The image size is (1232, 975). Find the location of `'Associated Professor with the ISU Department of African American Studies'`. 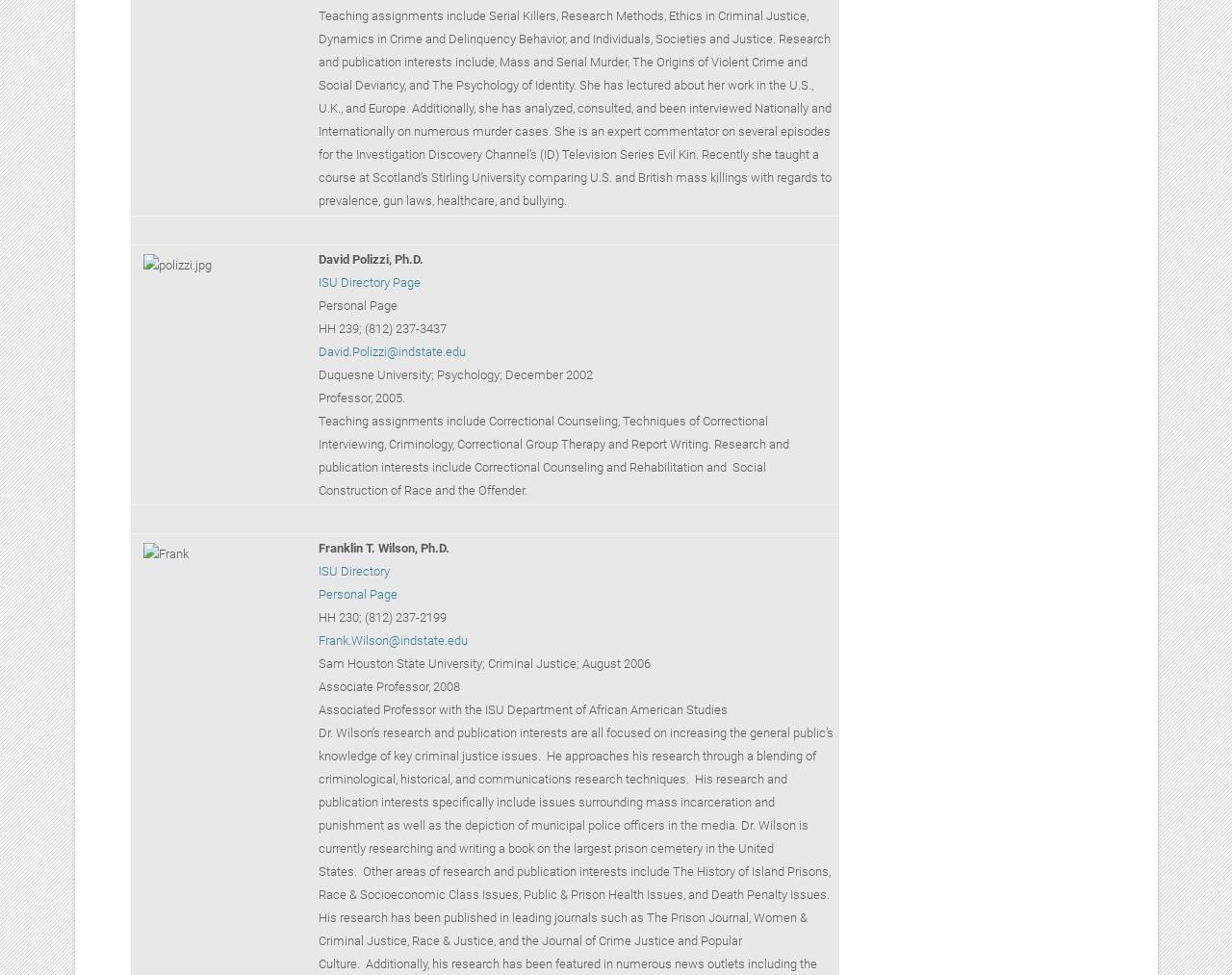

'Associated Professor with the ISU Department of African American Studies' is located at coordinates (522, 709).